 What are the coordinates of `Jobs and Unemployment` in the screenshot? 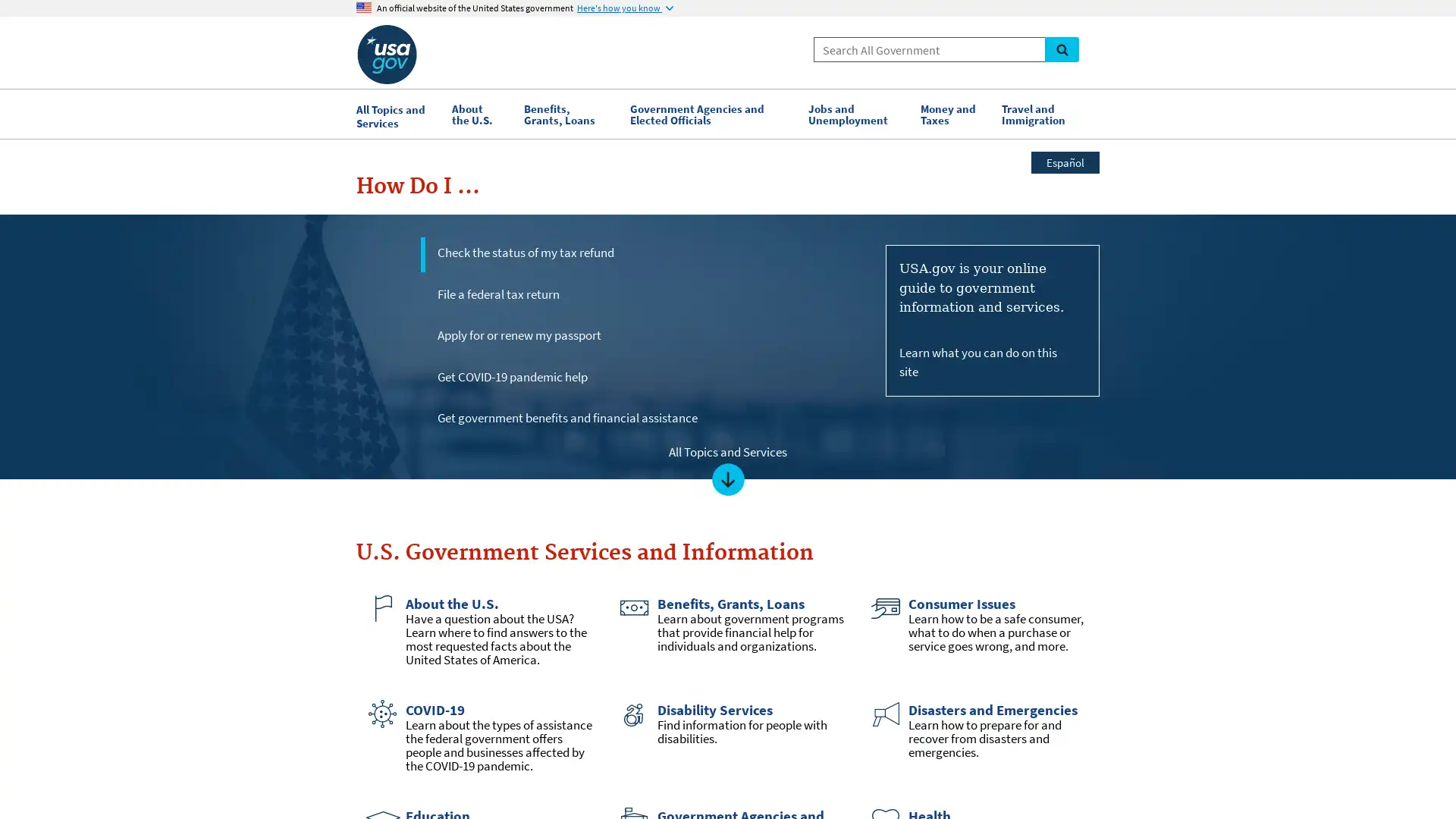 It's located at (856, 113).